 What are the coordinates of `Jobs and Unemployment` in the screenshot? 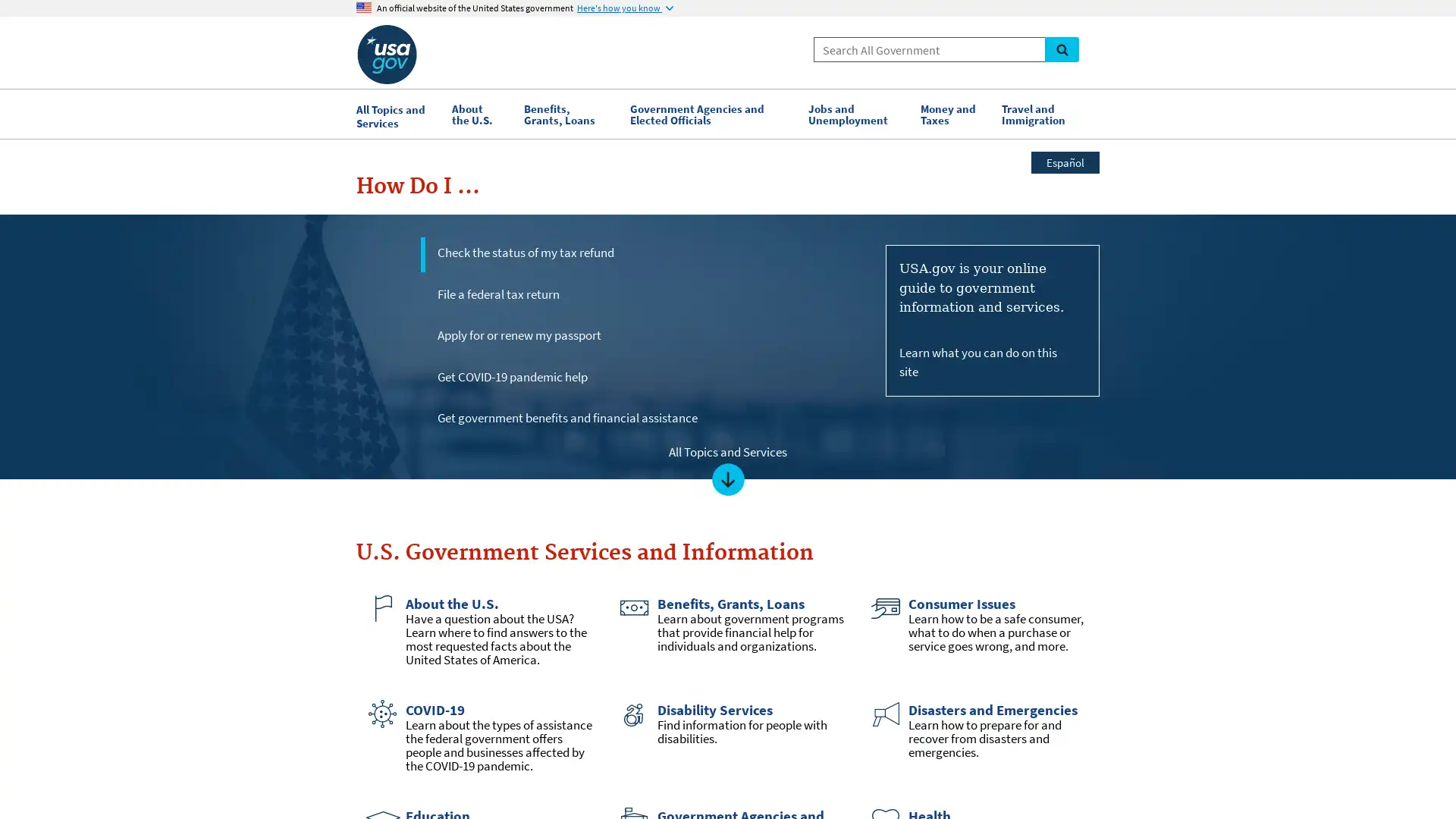 It's located at (856, 113).